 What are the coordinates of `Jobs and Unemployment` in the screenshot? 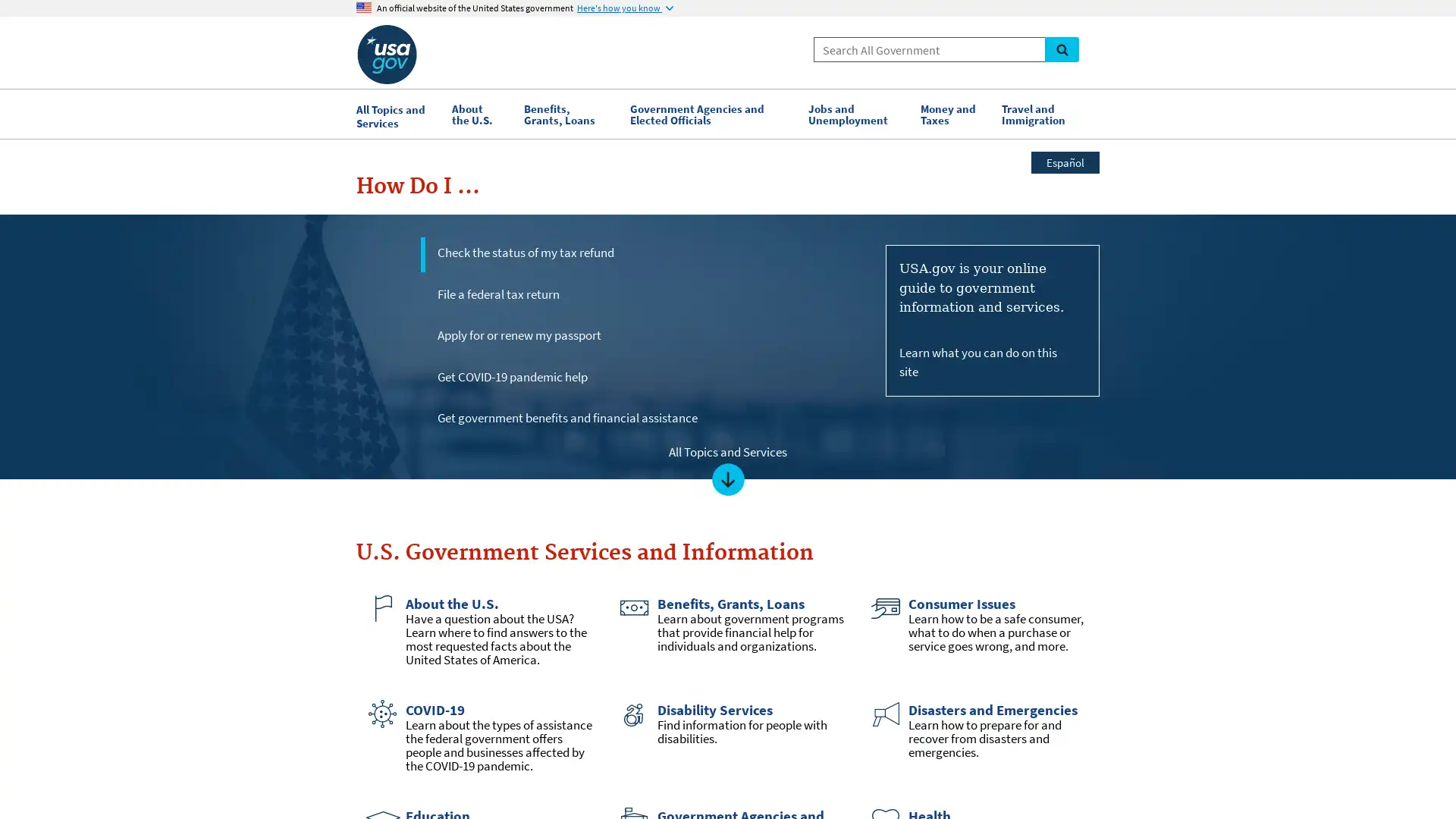 It's located at (856, 113).